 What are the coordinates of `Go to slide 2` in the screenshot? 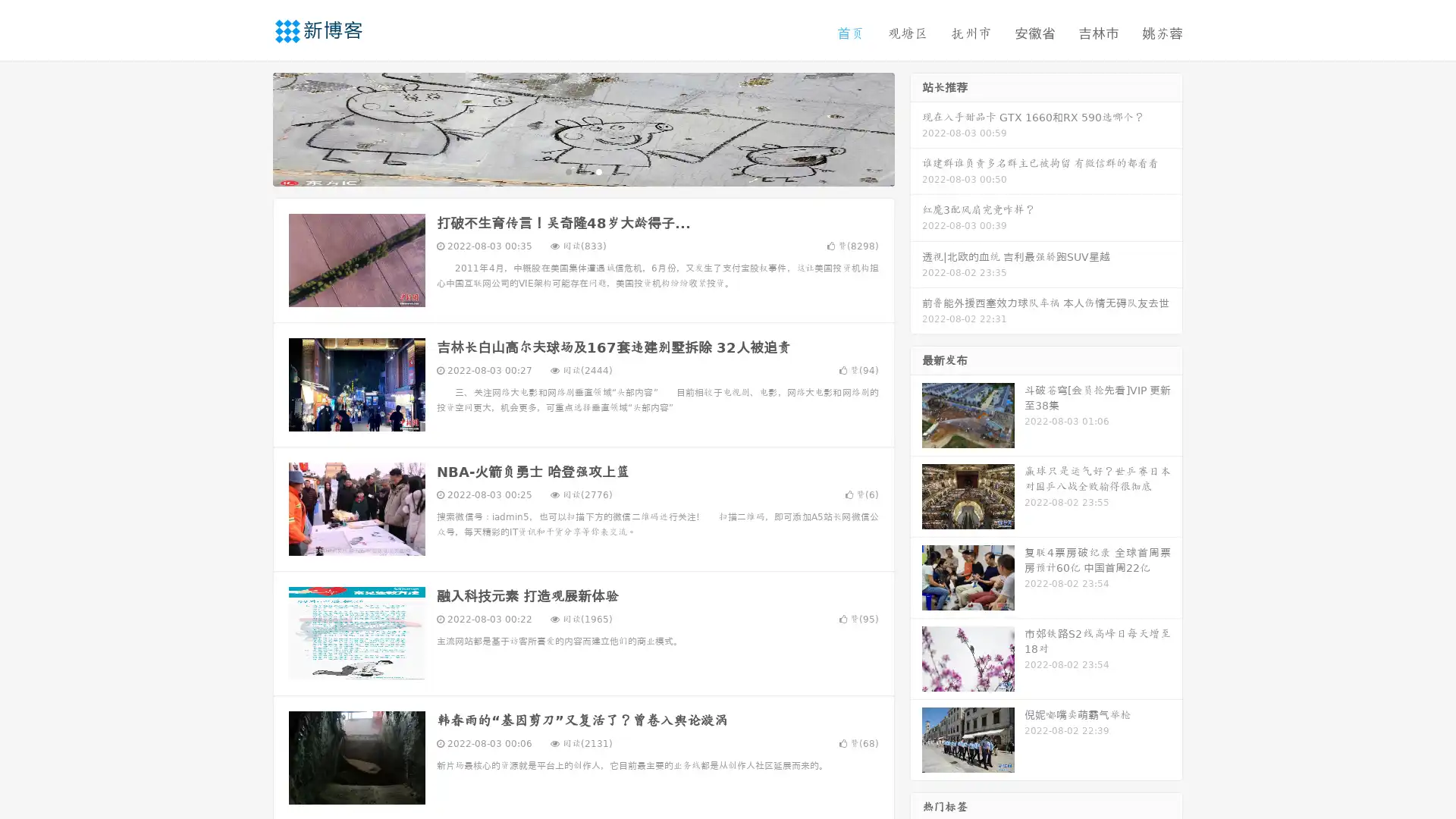 It's located at (582, 171).